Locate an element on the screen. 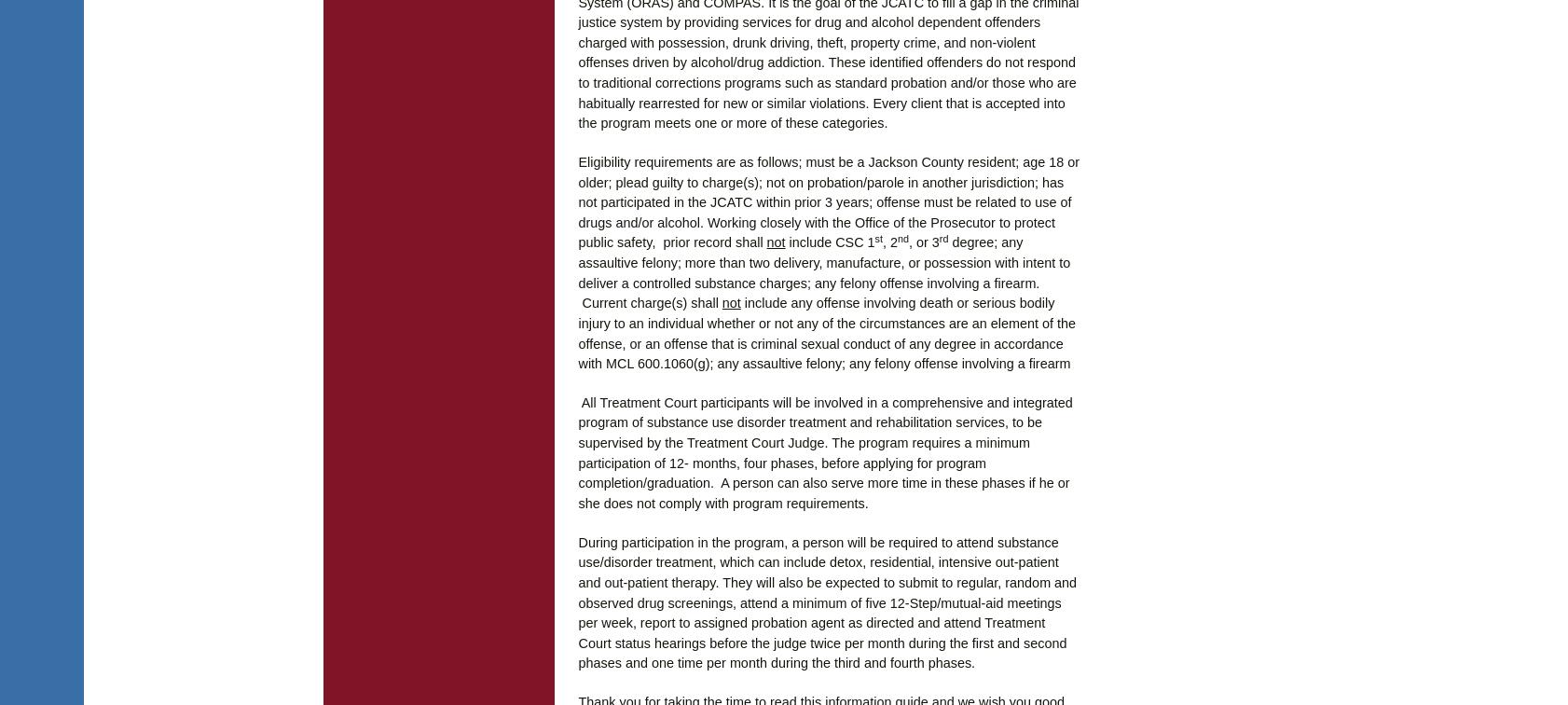  'degree; any assaultive felony; more than two delivery, manufacture, or possession with intent to deliver a controlled substance charges; any felony offense involving a firearm.  Current charge(s) shall' is located at coordinates (823, 272).